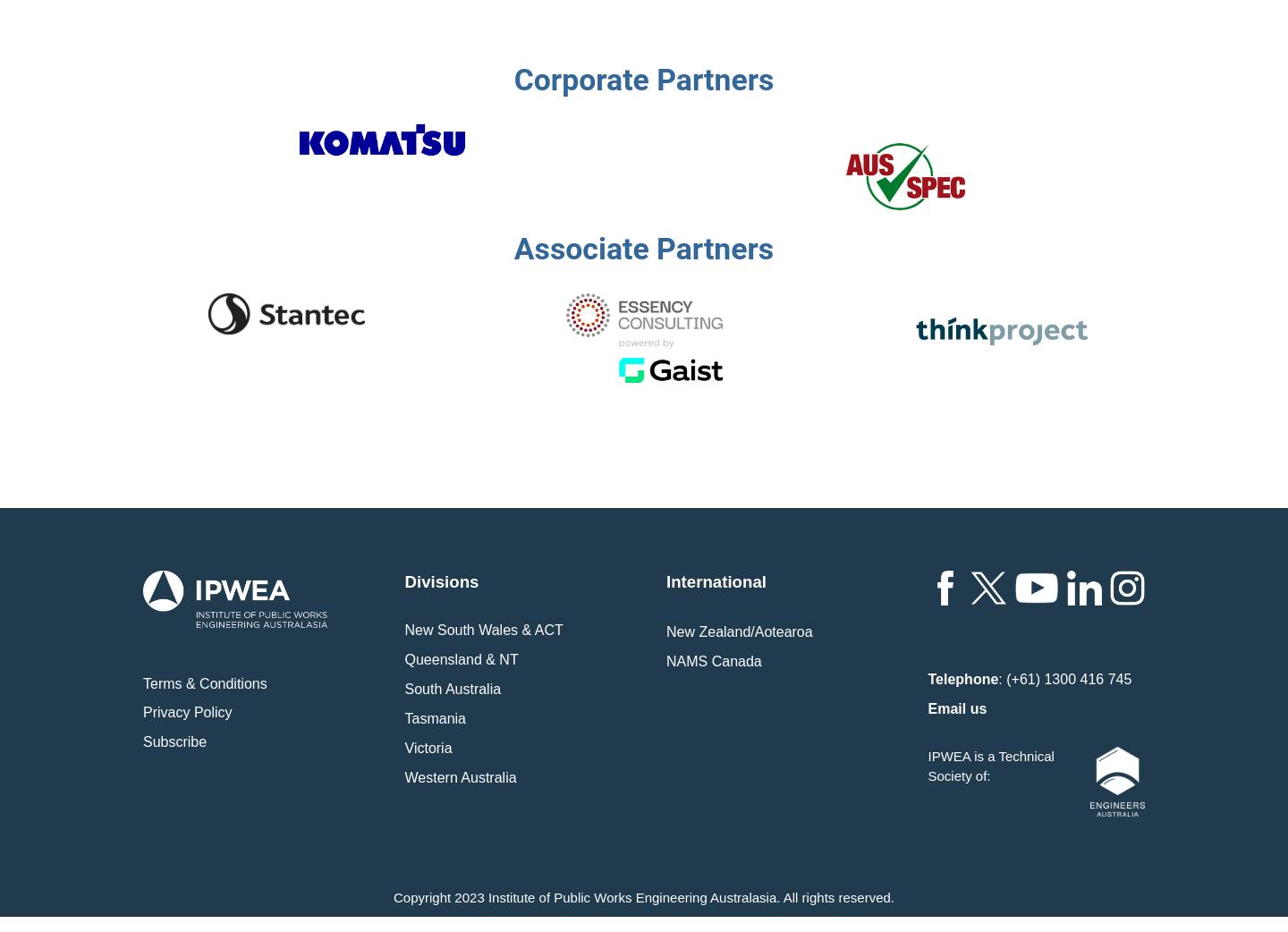 The image size is (1288, 932). I want to click on 'Associate Partners', so click(643, 249).